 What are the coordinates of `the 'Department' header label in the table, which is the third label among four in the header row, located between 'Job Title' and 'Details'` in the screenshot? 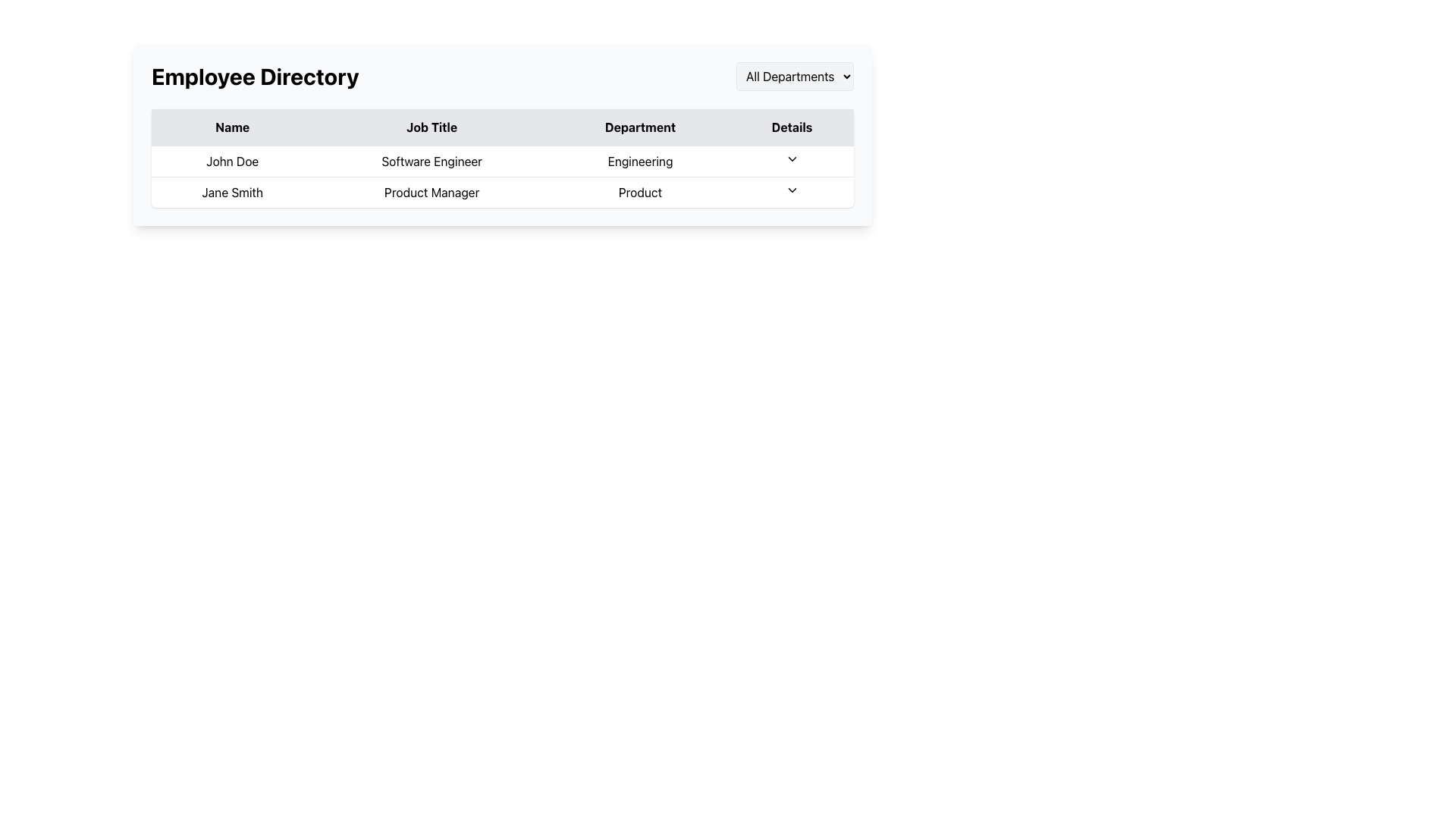 It's located at (640, 127).